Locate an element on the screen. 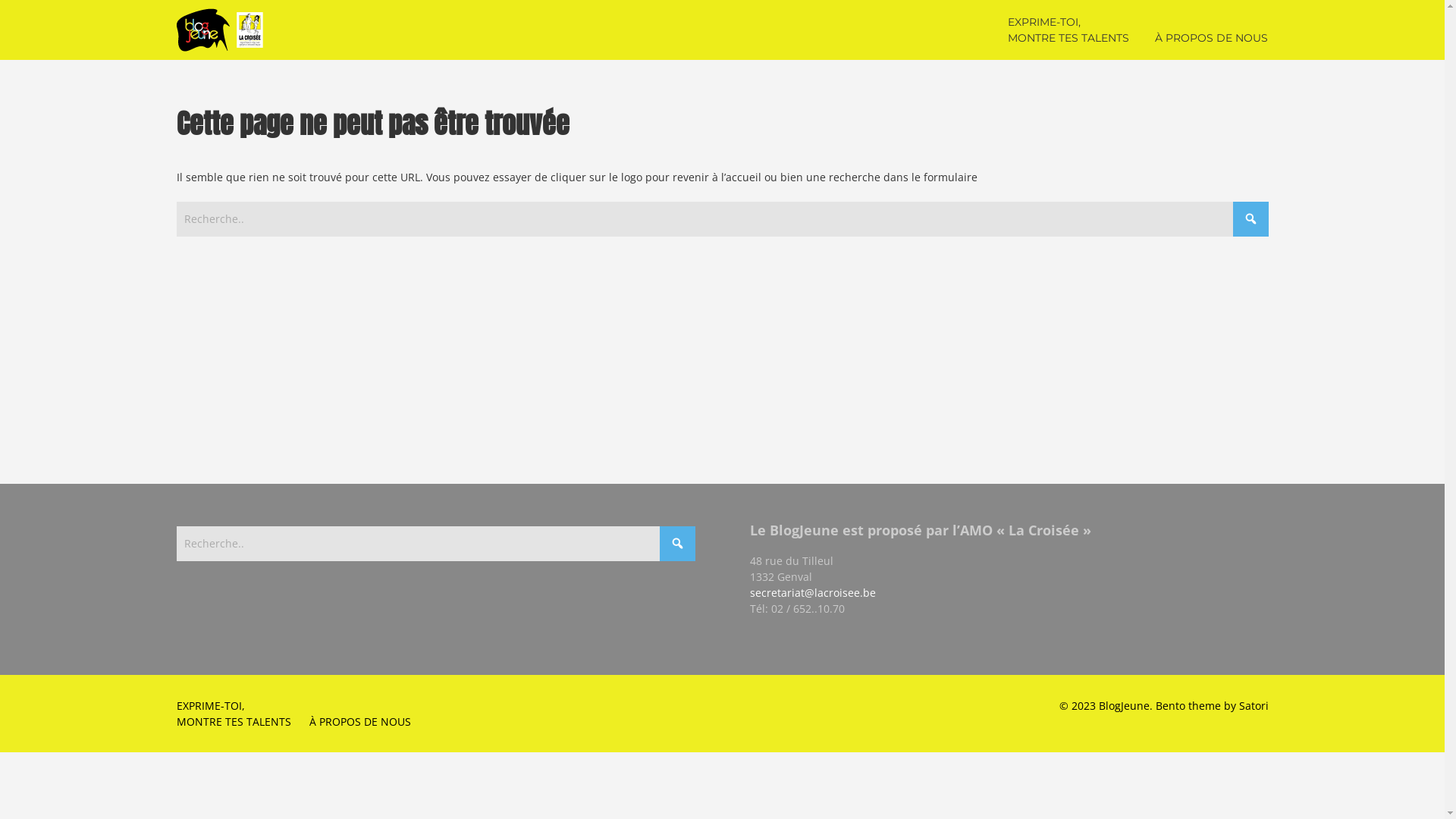 The image size is (1456, 819). 'EXPRIME-TOI, is located at coordinates (1068, 30).